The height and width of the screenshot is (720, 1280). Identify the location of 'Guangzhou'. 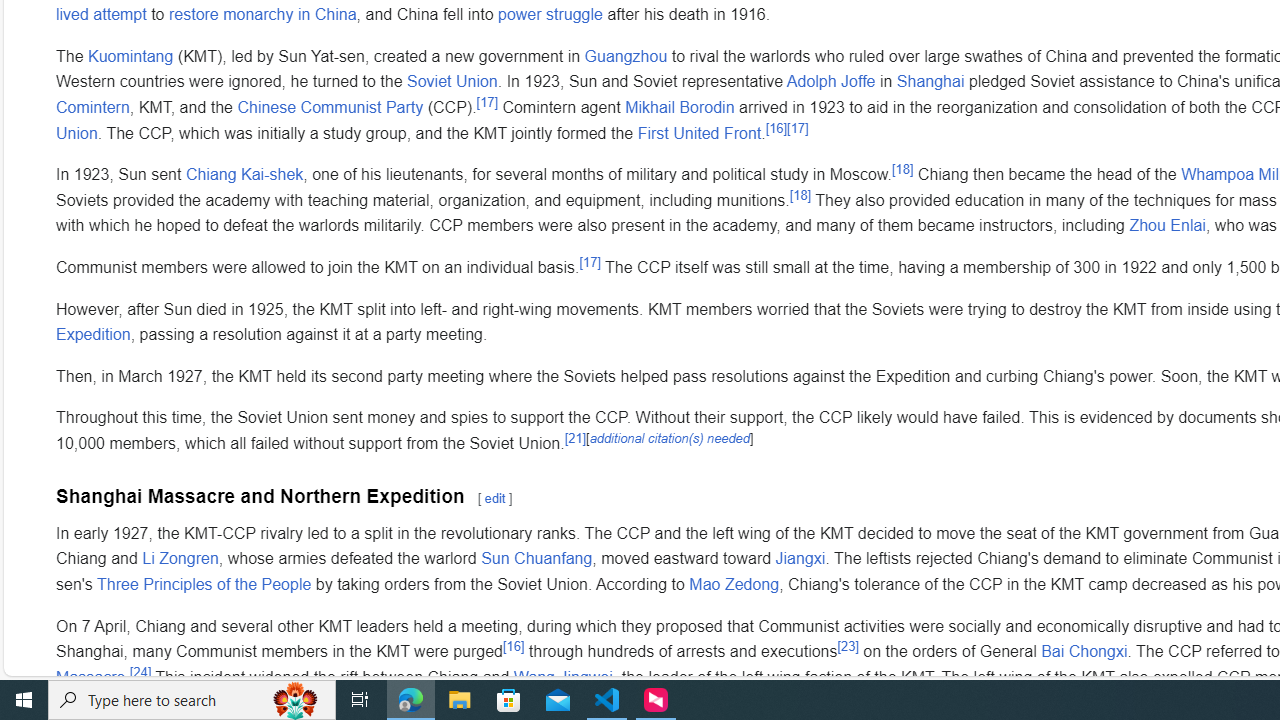
(624, 54).